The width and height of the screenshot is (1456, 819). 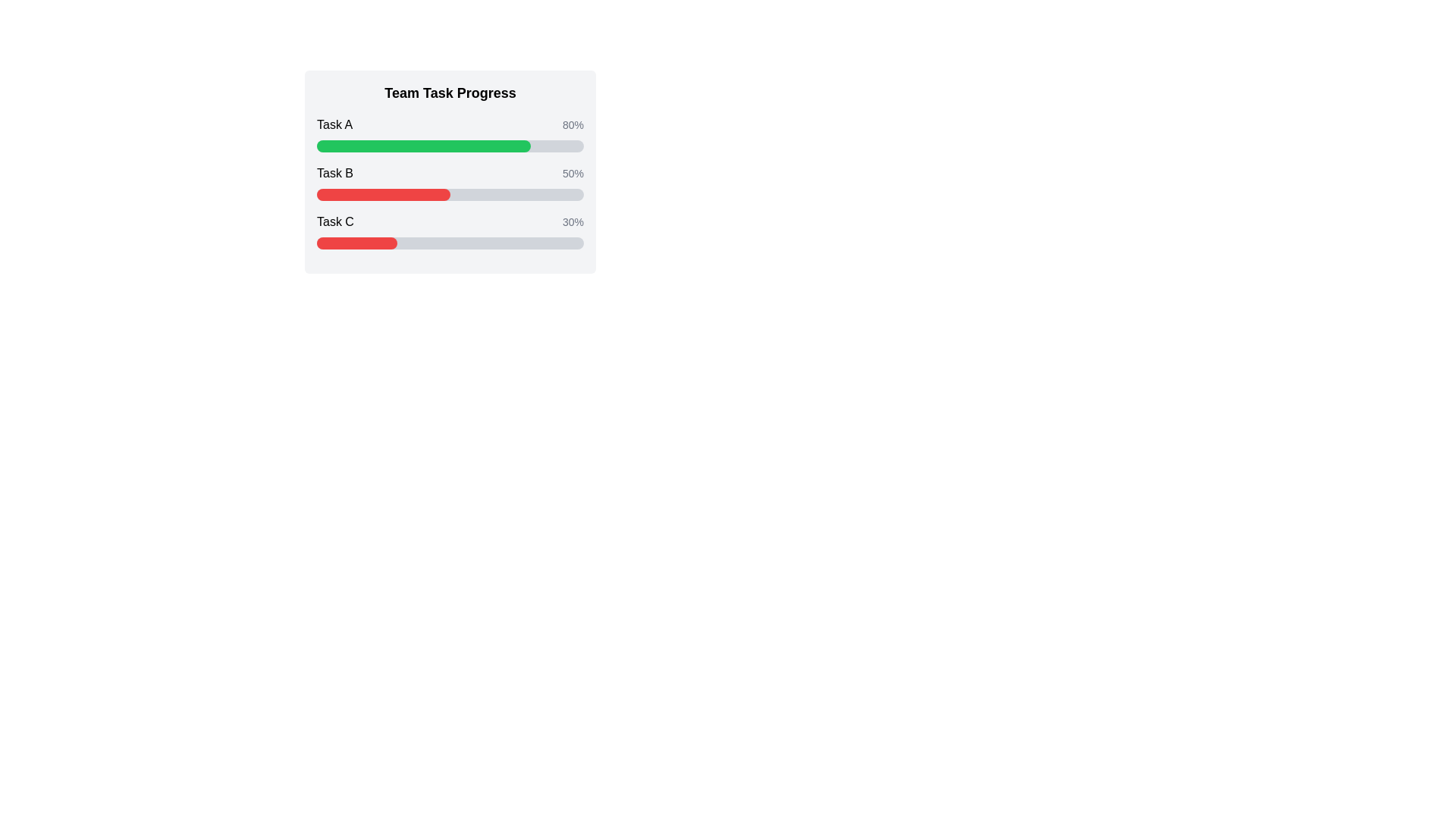 I want to click on the progress bar labeled 'Task B' which shows 50% completion to potentially edit the task, so click(x=450, y=181).